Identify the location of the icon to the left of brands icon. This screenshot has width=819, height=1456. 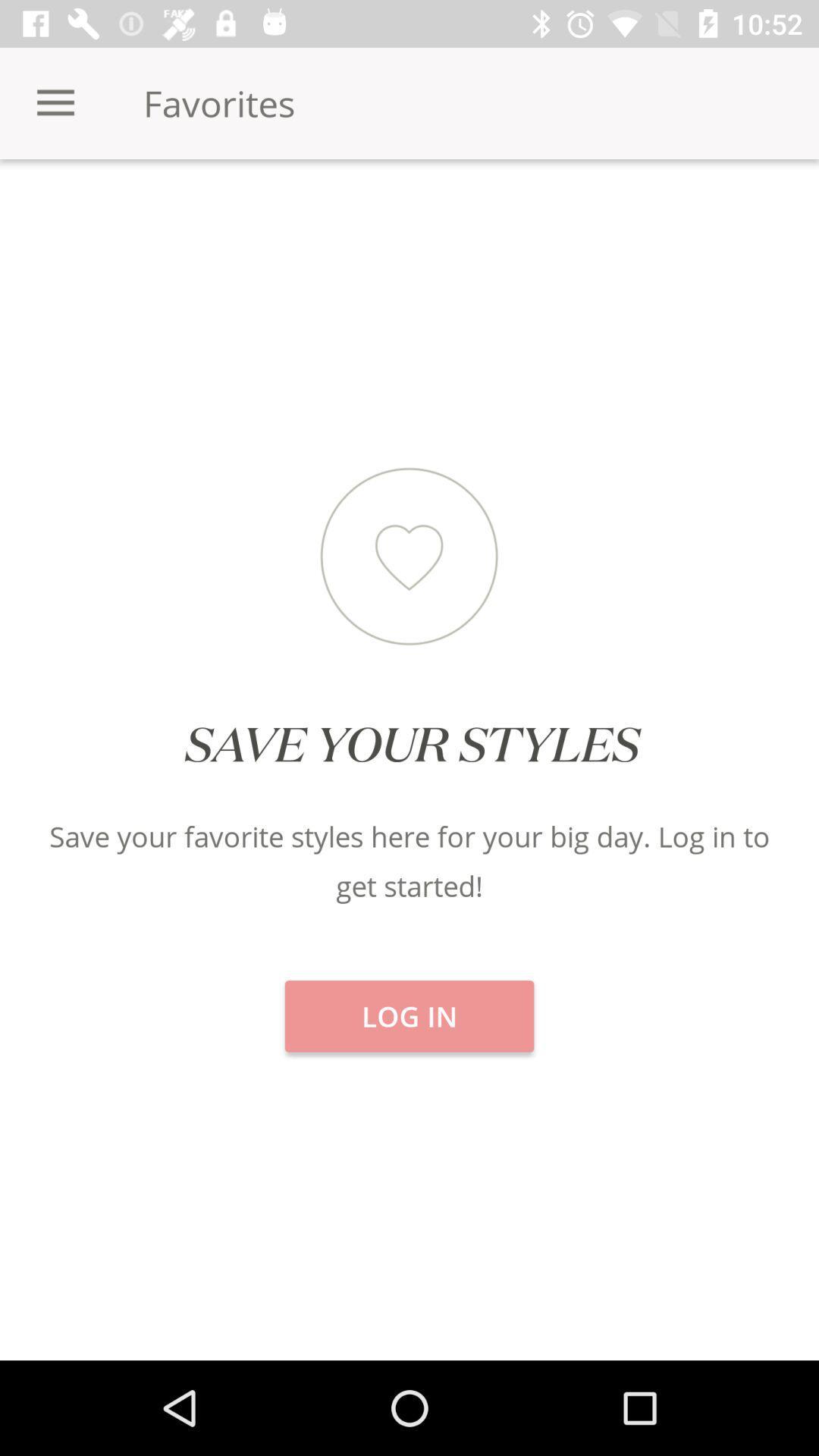
(409, 212).